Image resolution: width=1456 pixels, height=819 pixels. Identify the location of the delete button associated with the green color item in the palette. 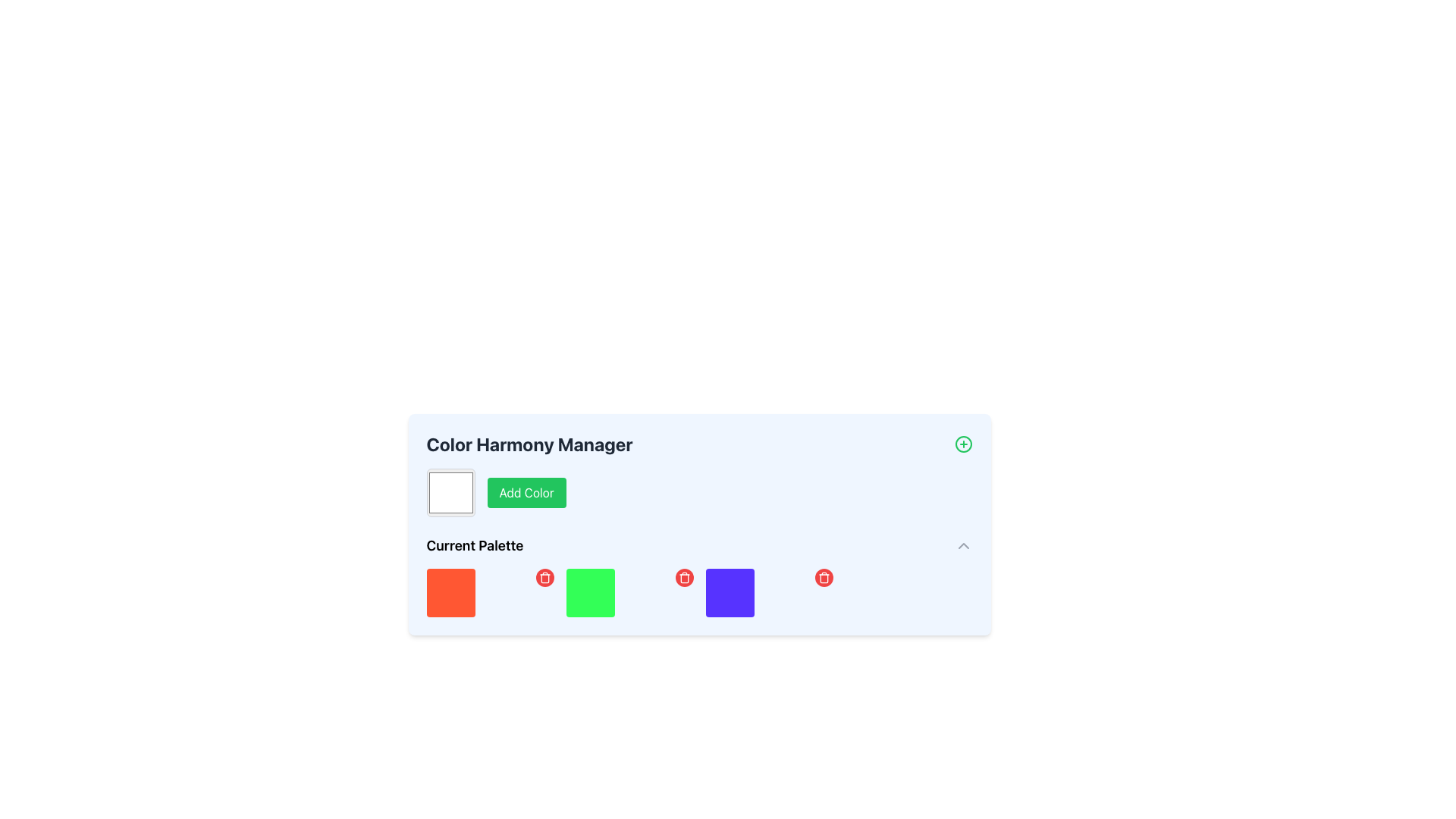
(683, 578).